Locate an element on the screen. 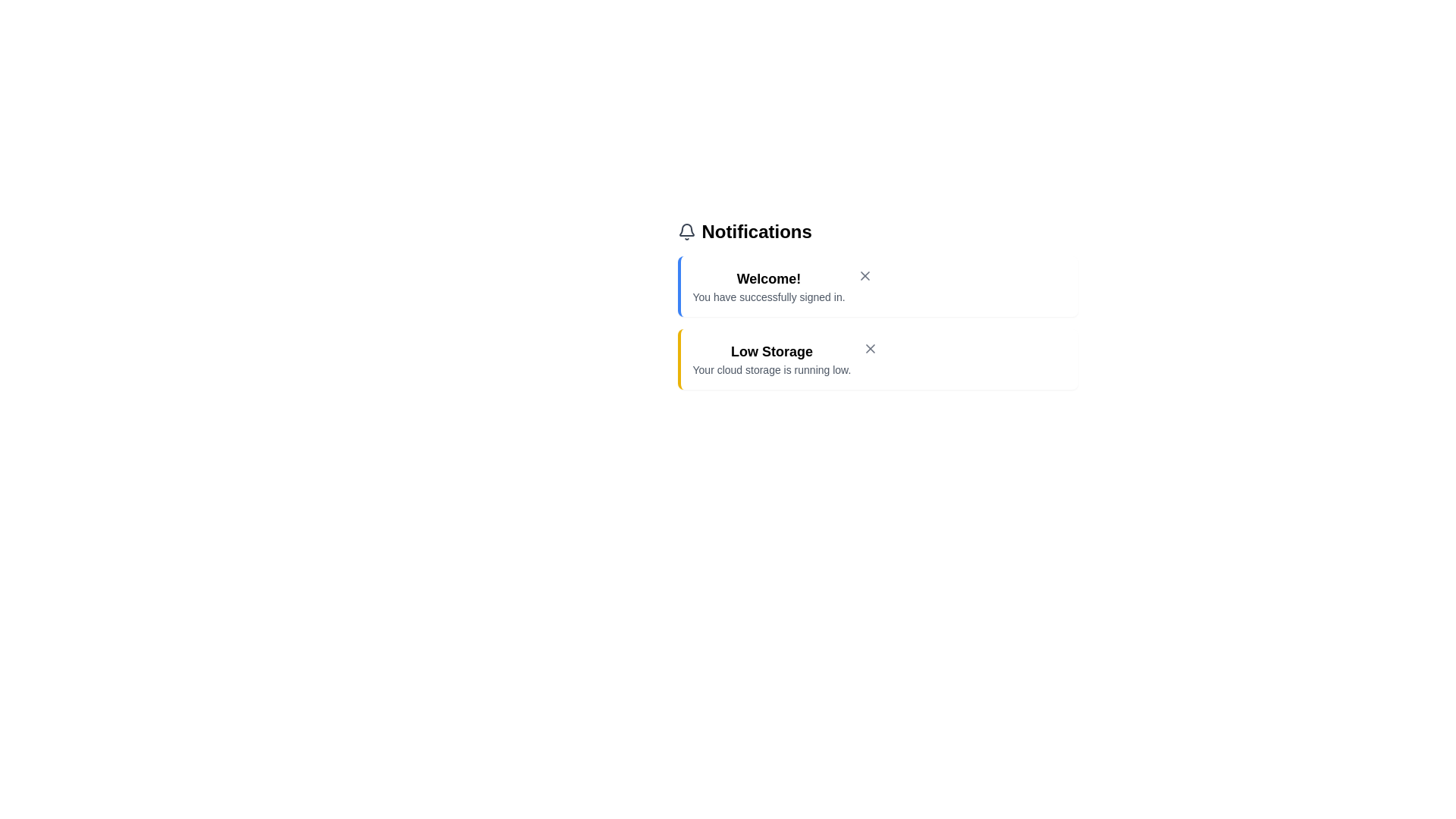 This screenshot has width=1456, height=819. text notification that displays 'Low Storage' in bold, indicating that the cloud storage is running low, which is centrally located in a yellow-bordered box under the 'Notifications' section is located at coordinates (771, 359).